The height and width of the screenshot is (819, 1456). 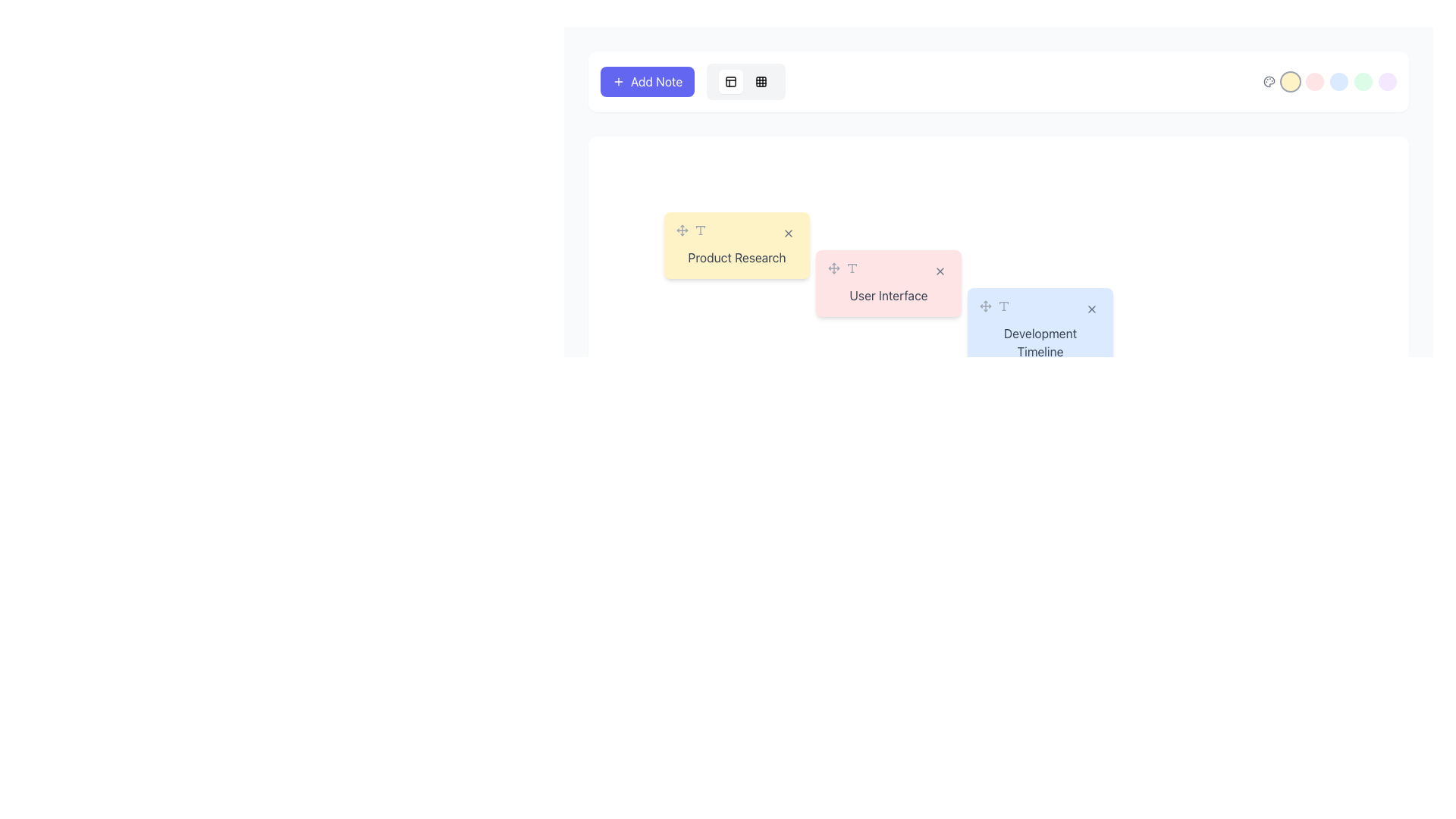 I want to click on the small grid-like icon located near the top of the interface, so click(x=731, y=82).